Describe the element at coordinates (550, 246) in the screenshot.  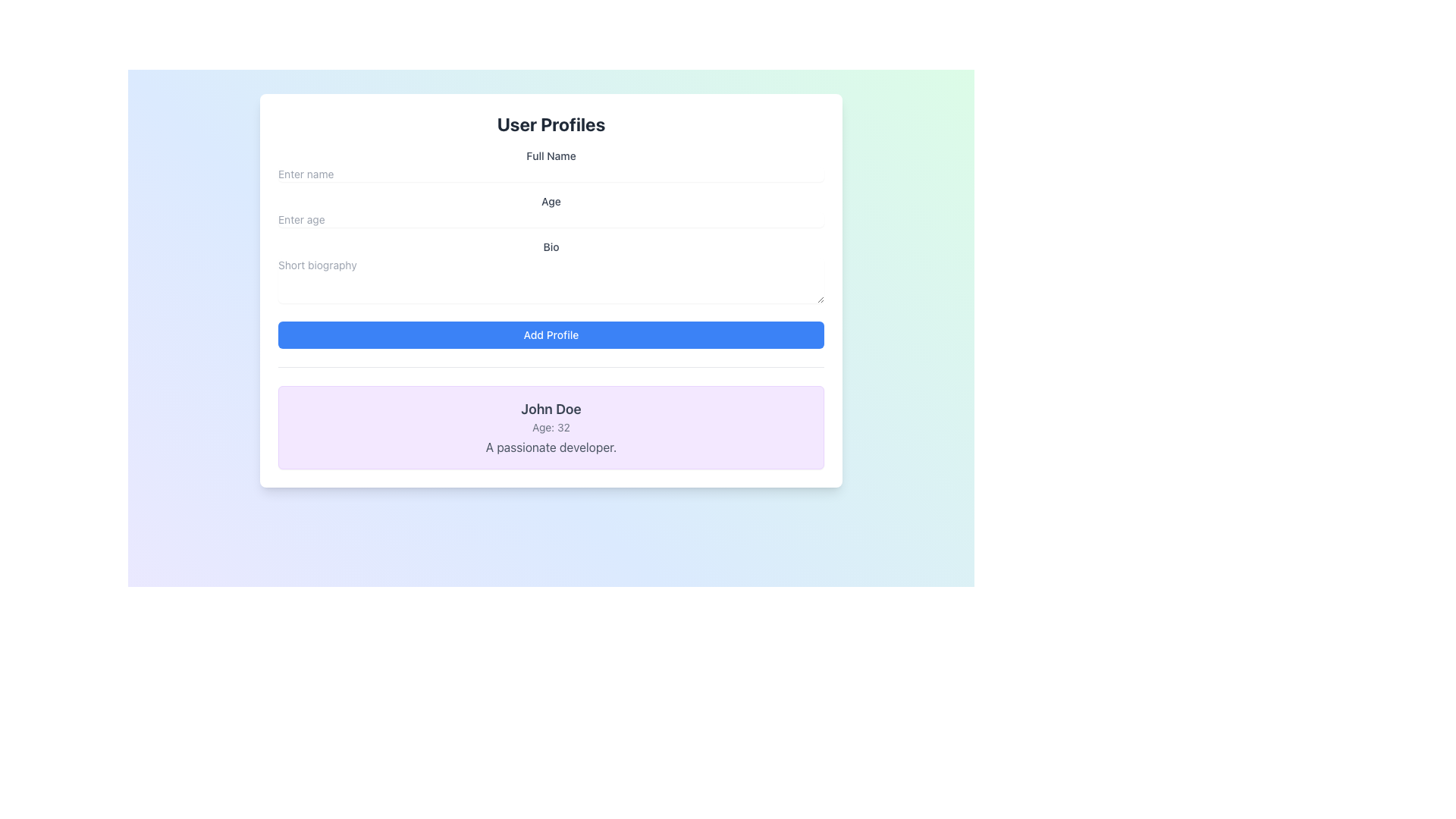
I see `the static text label displaying 'Bio', which is styled in a medium-weight sans-serif font and positioned above the biography text input field` at that location.